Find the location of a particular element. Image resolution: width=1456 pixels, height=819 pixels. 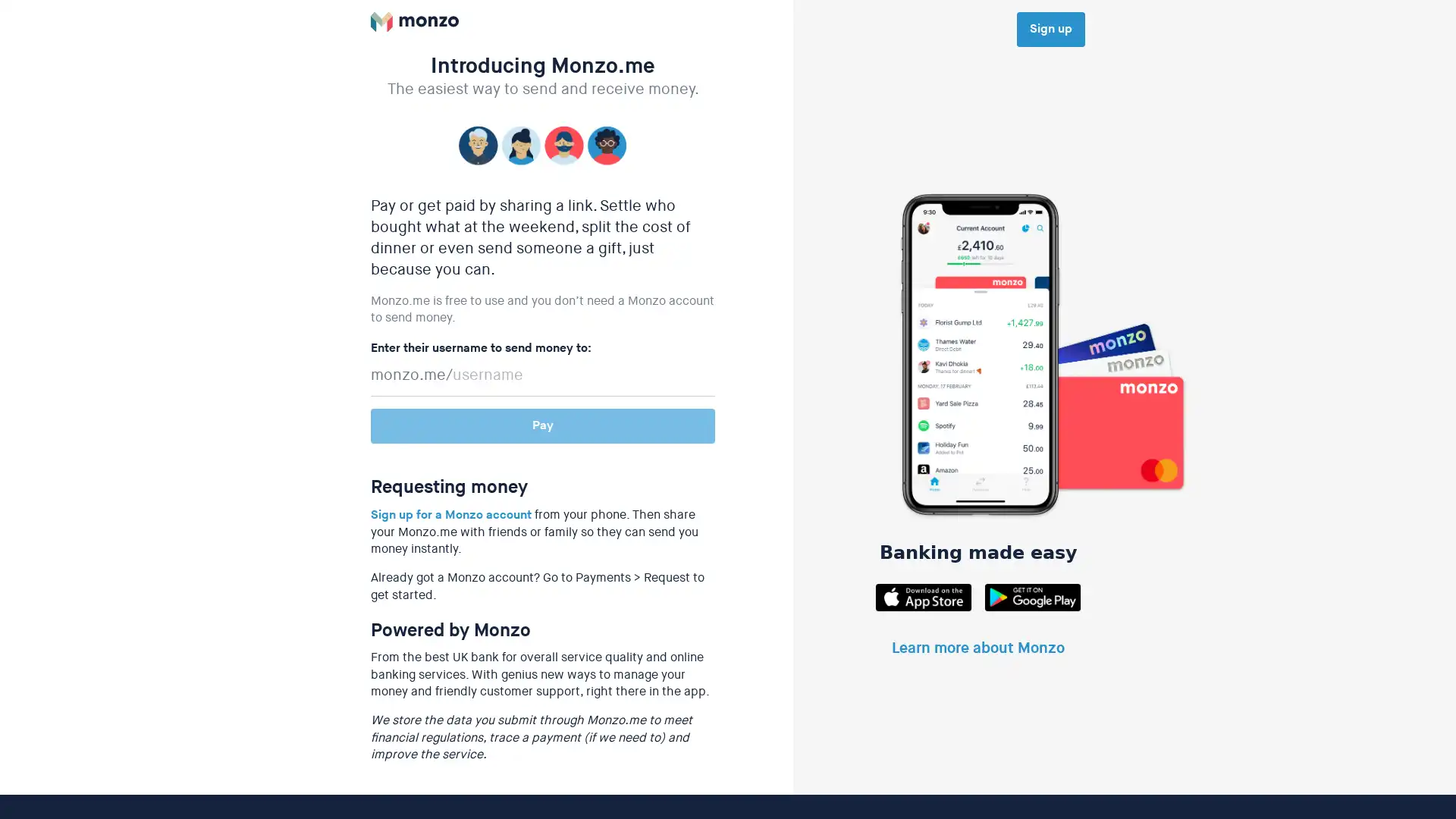

Pay is located at coordinates (542, 426).